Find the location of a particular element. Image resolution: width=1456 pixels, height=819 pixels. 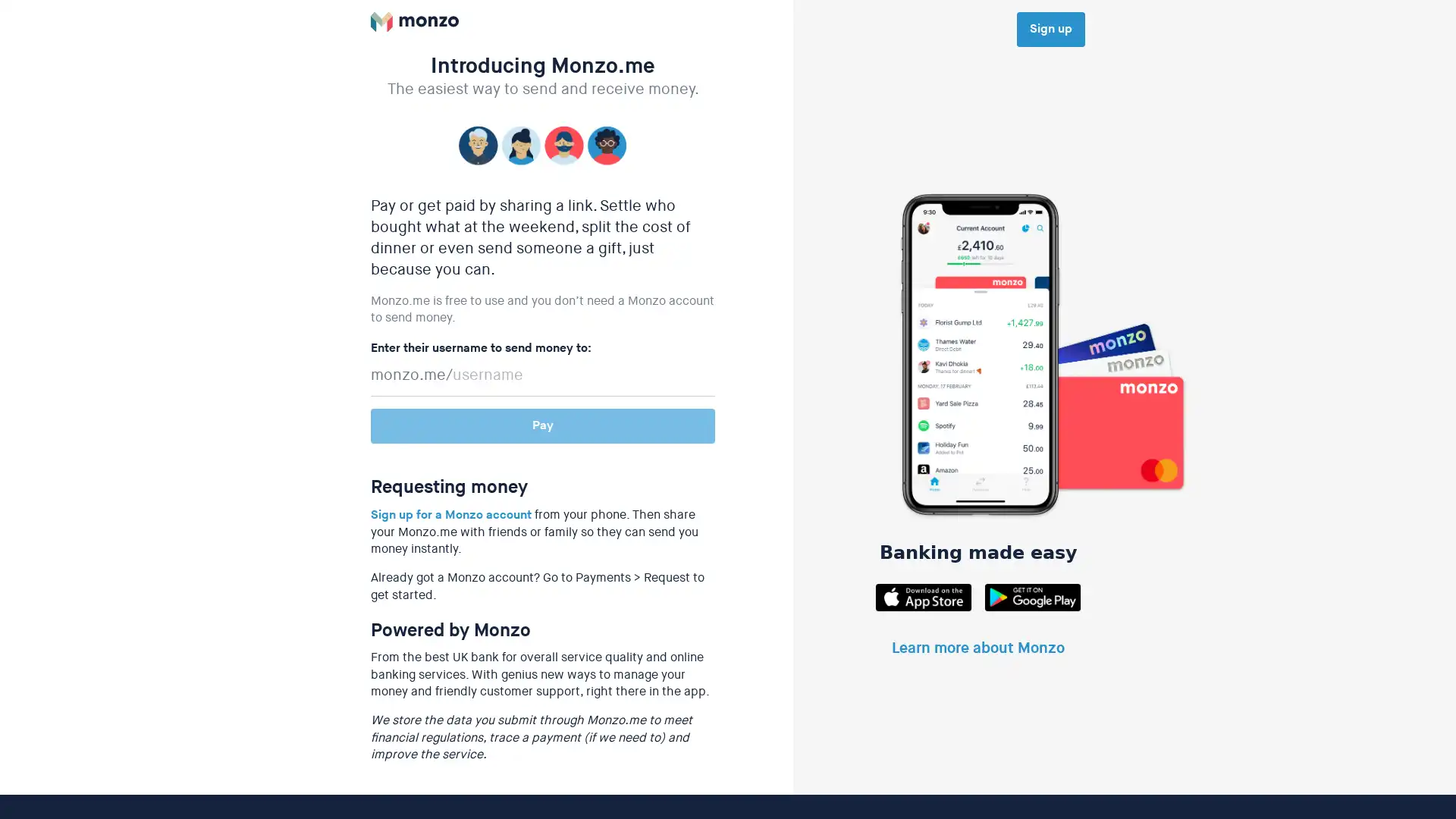

Pay is located at coordinates (542, 426).